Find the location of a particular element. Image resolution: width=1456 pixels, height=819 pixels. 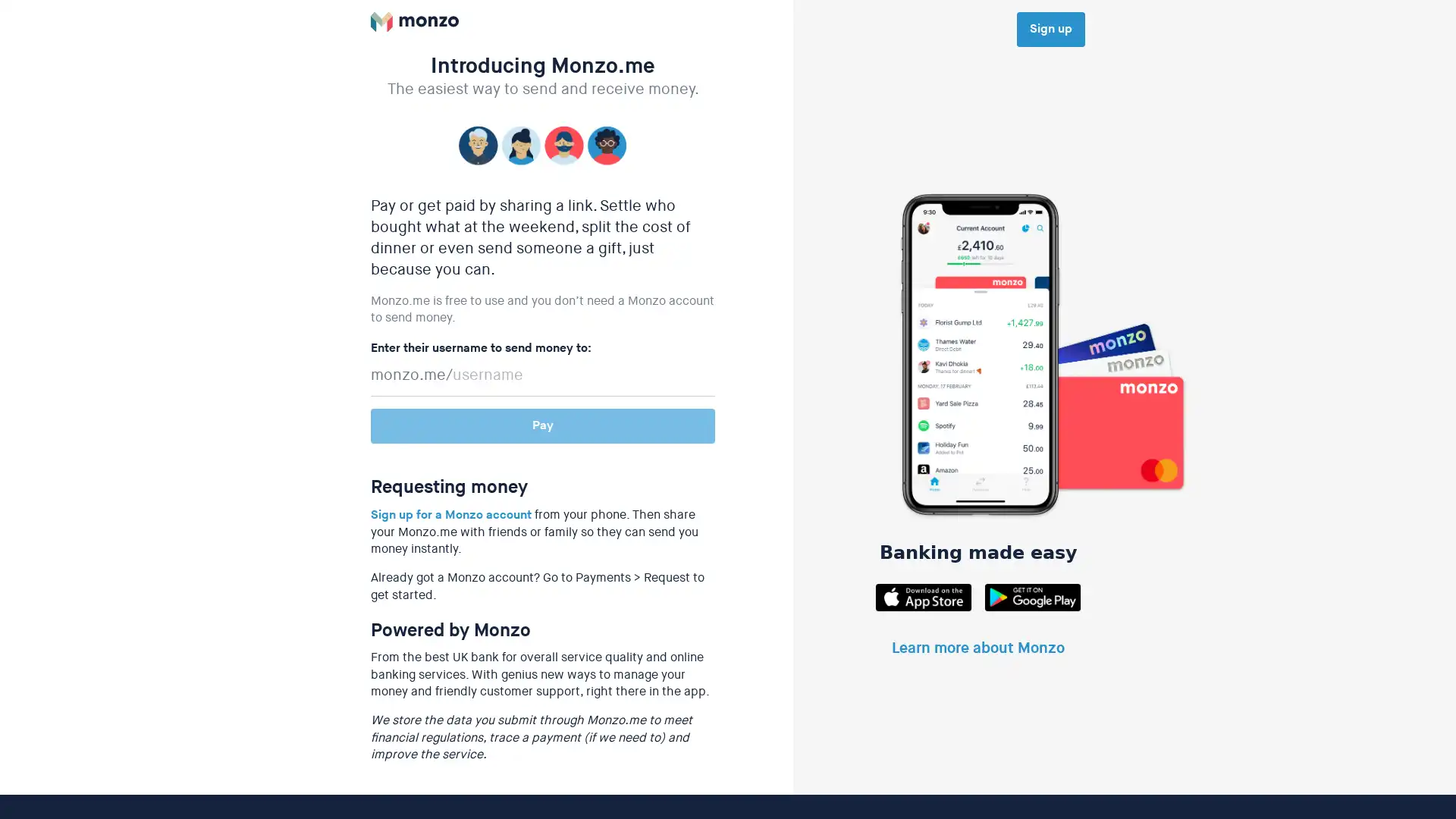

Pay is located at coordinates (542, 426).